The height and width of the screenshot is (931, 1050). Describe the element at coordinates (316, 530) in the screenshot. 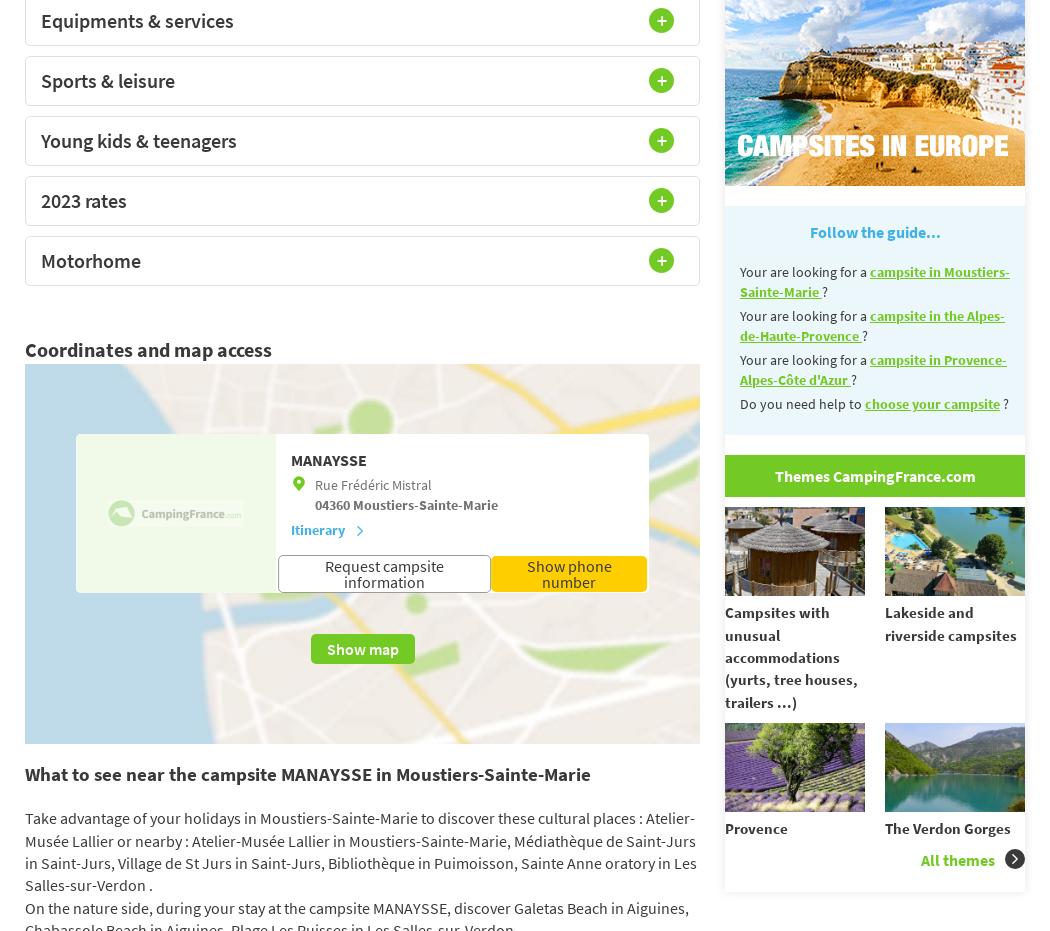

I see `'Itinerary'` at that location.